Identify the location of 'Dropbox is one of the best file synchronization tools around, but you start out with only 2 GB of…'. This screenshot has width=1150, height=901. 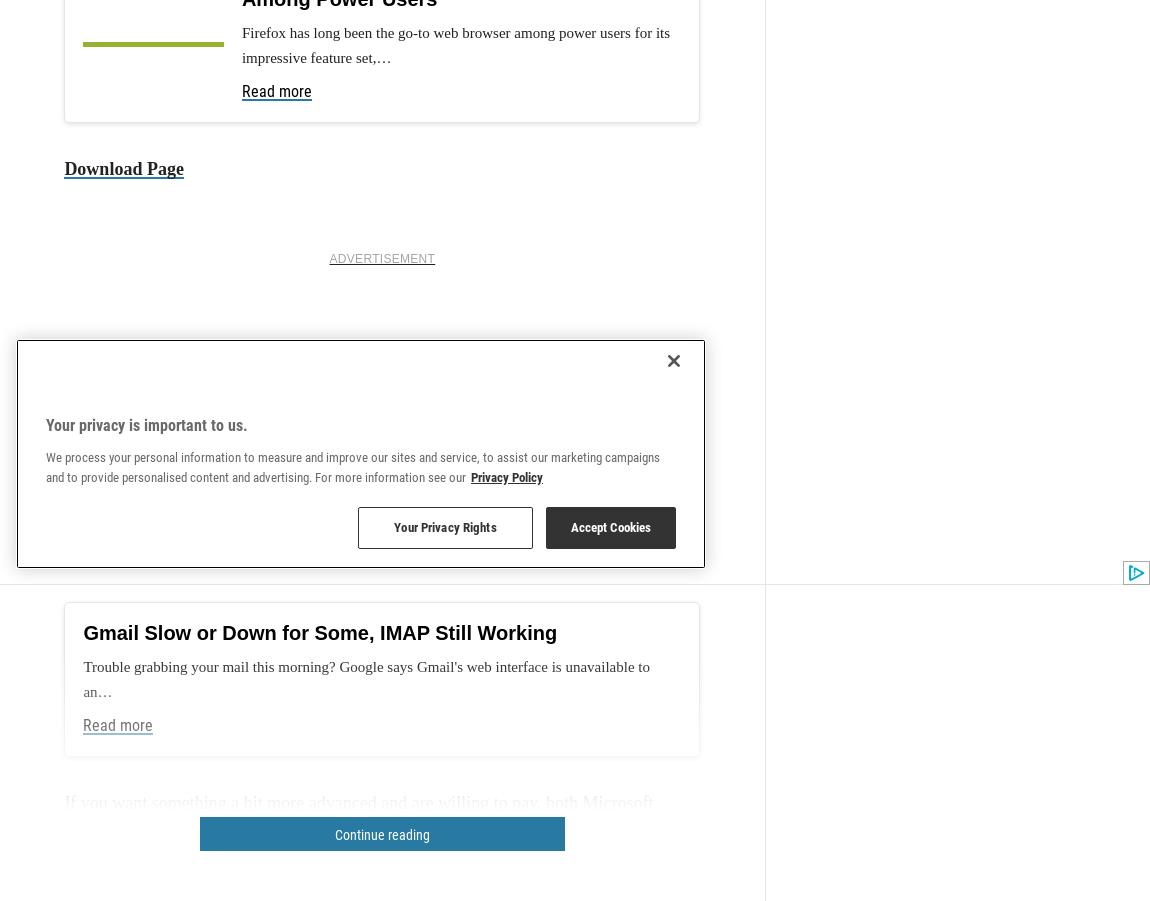
(379, 530).